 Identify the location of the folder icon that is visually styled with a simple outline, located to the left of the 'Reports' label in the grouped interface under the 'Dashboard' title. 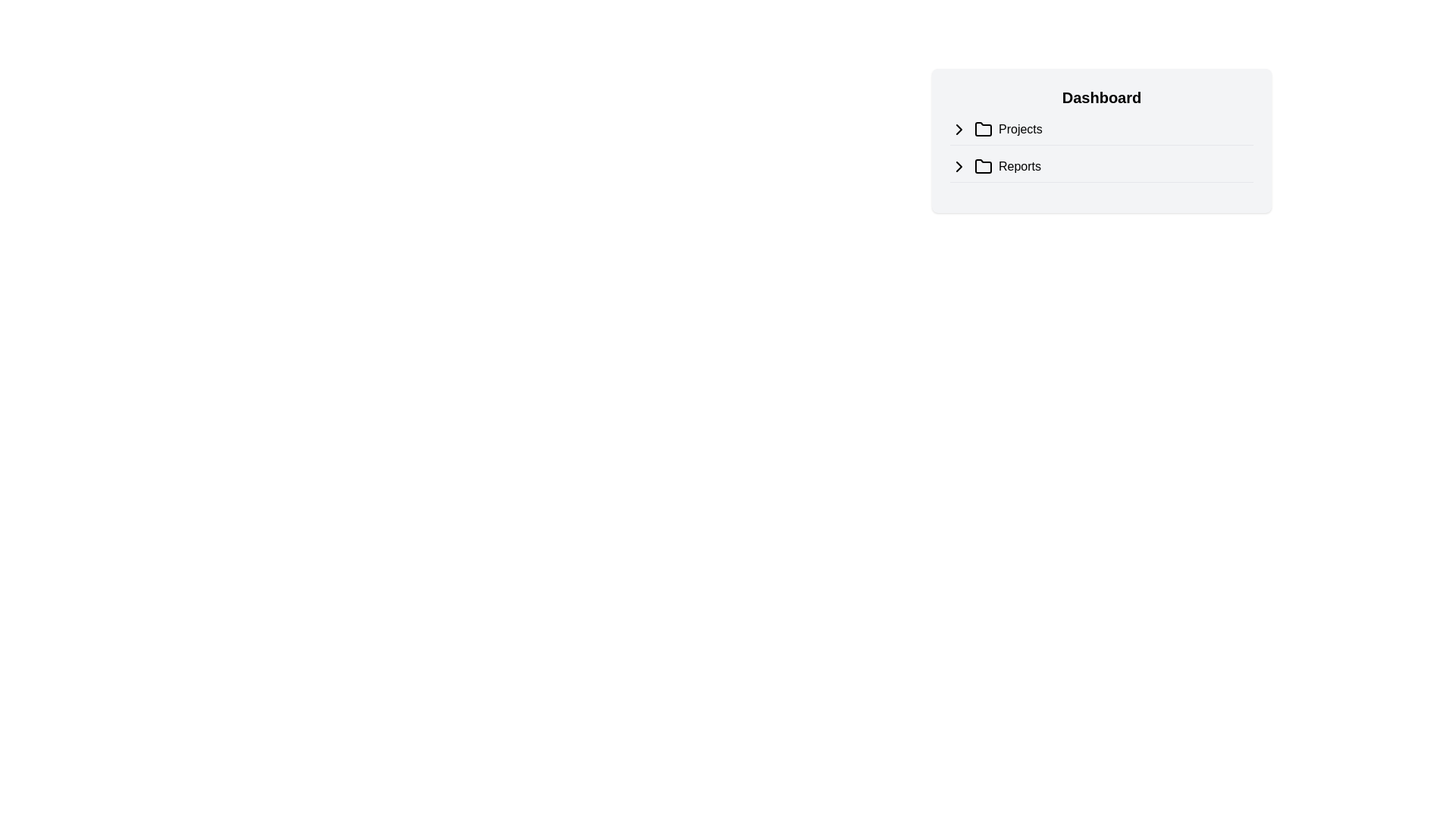
(983, 166).